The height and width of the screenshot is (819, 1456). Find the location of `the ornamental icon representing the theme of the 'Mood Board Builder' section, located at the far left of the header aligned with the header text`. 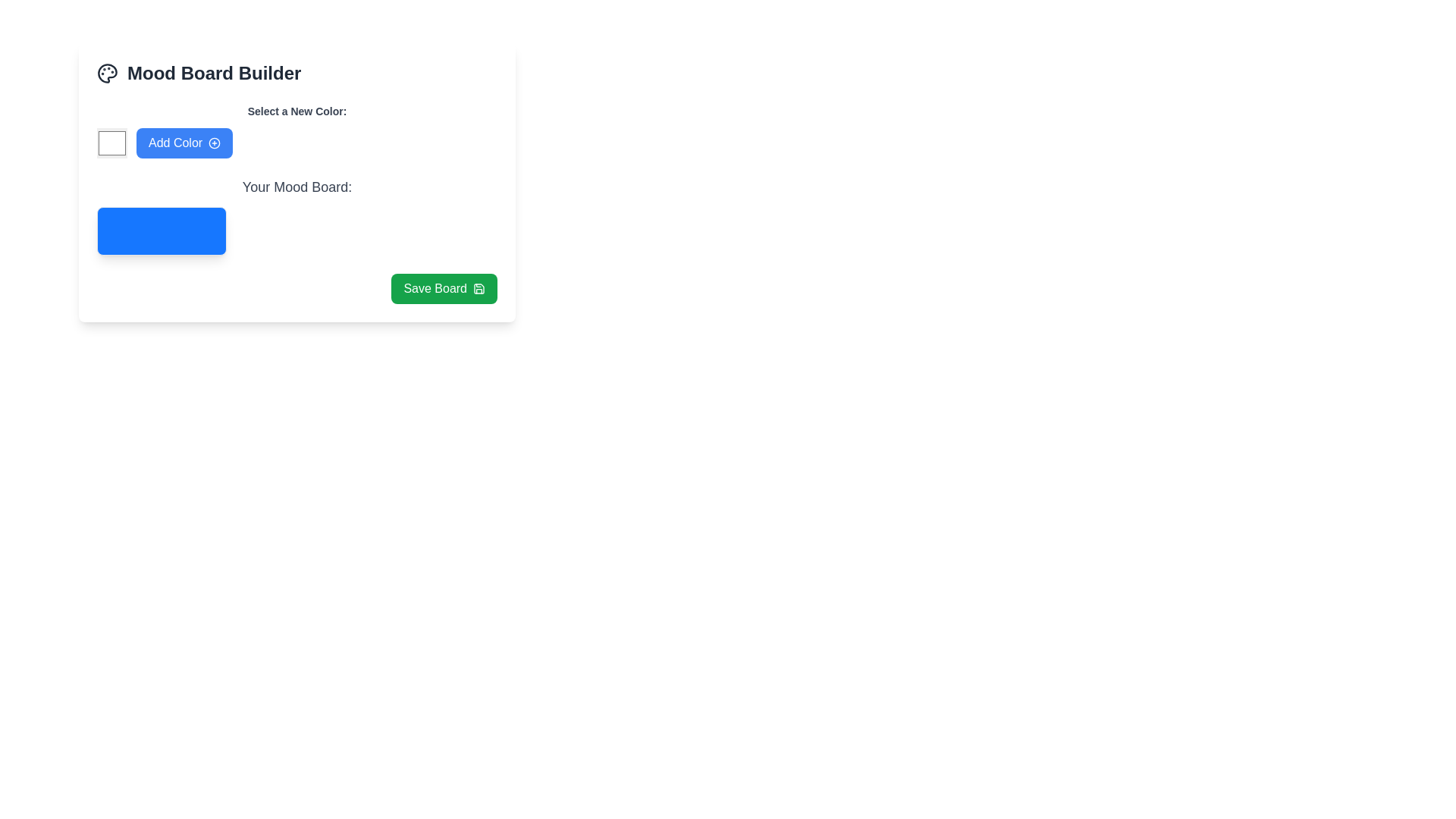

the ornamental icon representing the theme of the 'Mood Board Builder' section, located at the far left of the header aligned with the header text is located at coordinates (107, 73).